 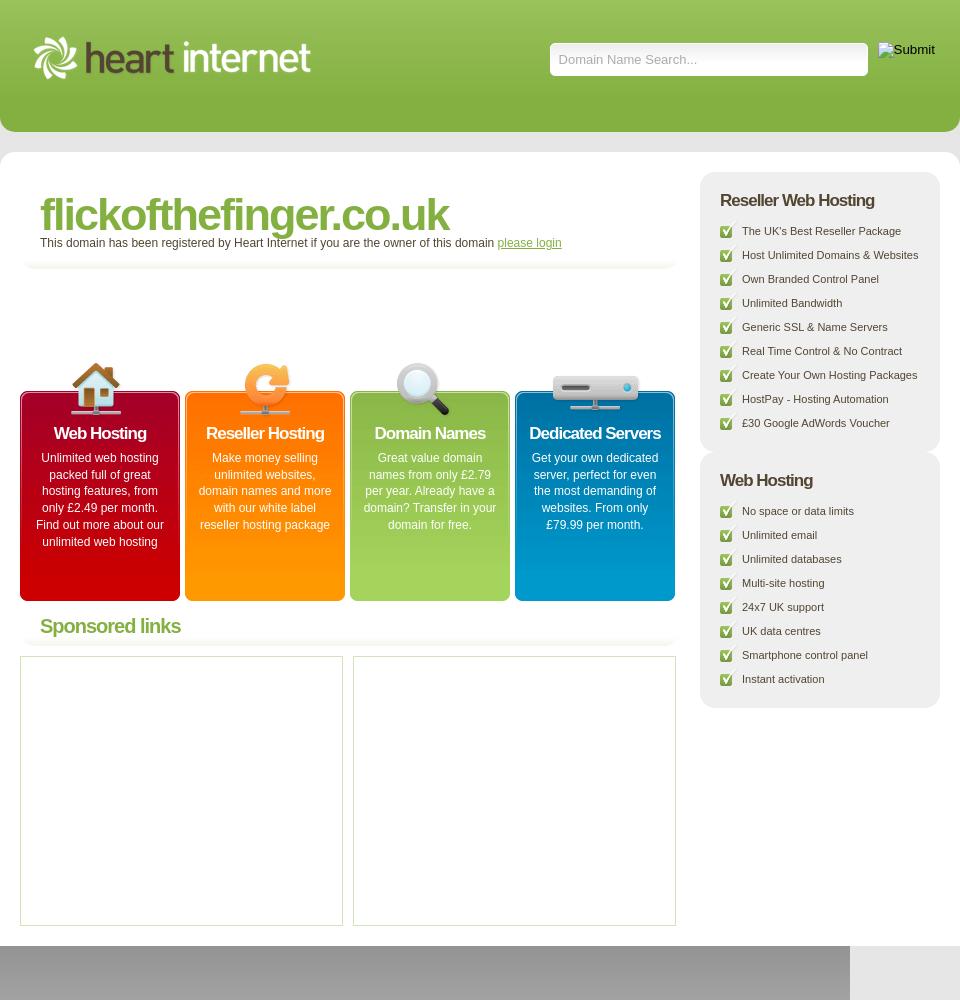 What do you see at coordinates (429, 433) in the screenshot?
I see `'Domain Names'` at bounding box center [429, 433].